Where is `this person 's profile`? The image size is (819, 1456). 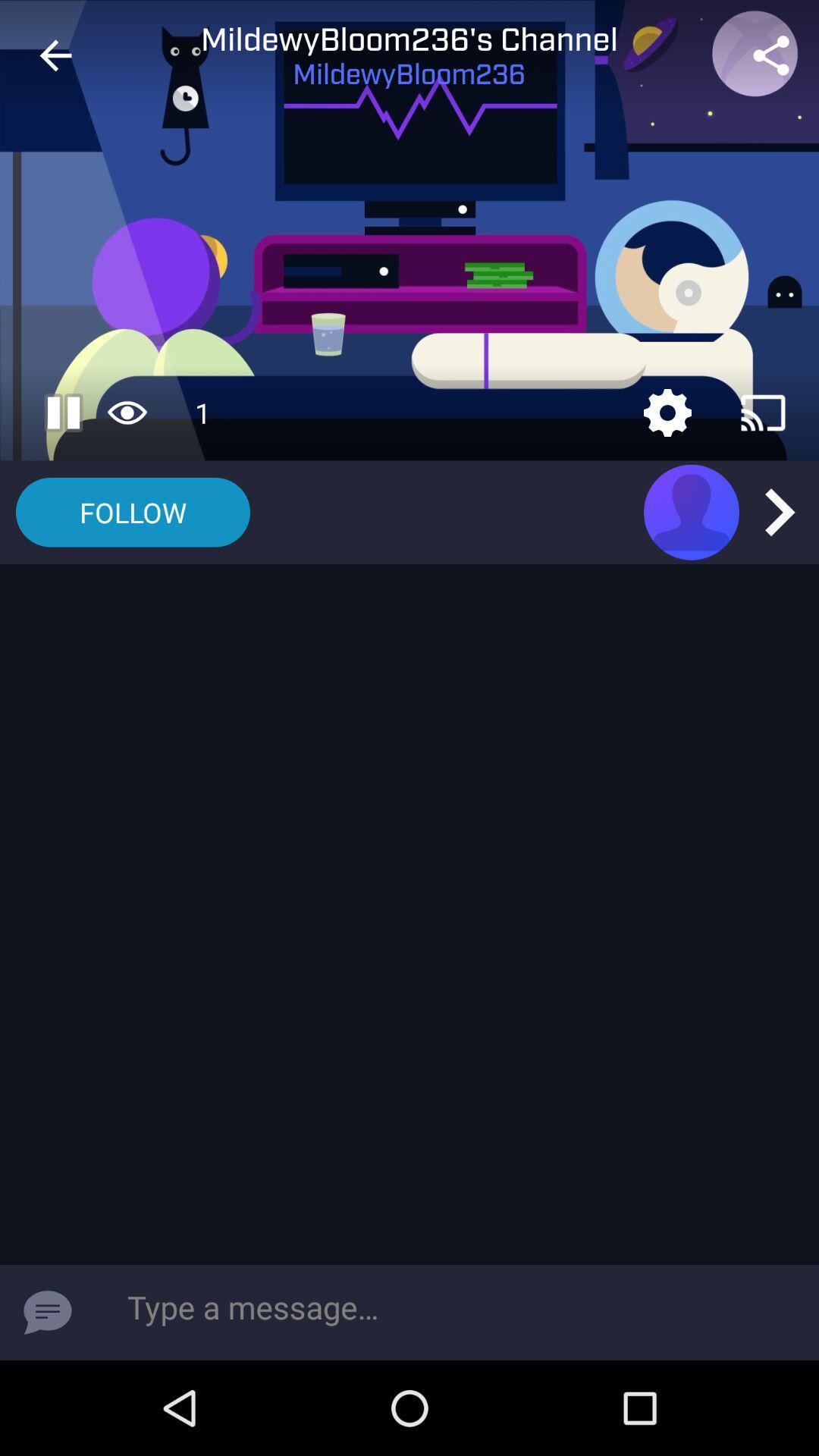 this person 's profile is located at coordinates (691, 512).